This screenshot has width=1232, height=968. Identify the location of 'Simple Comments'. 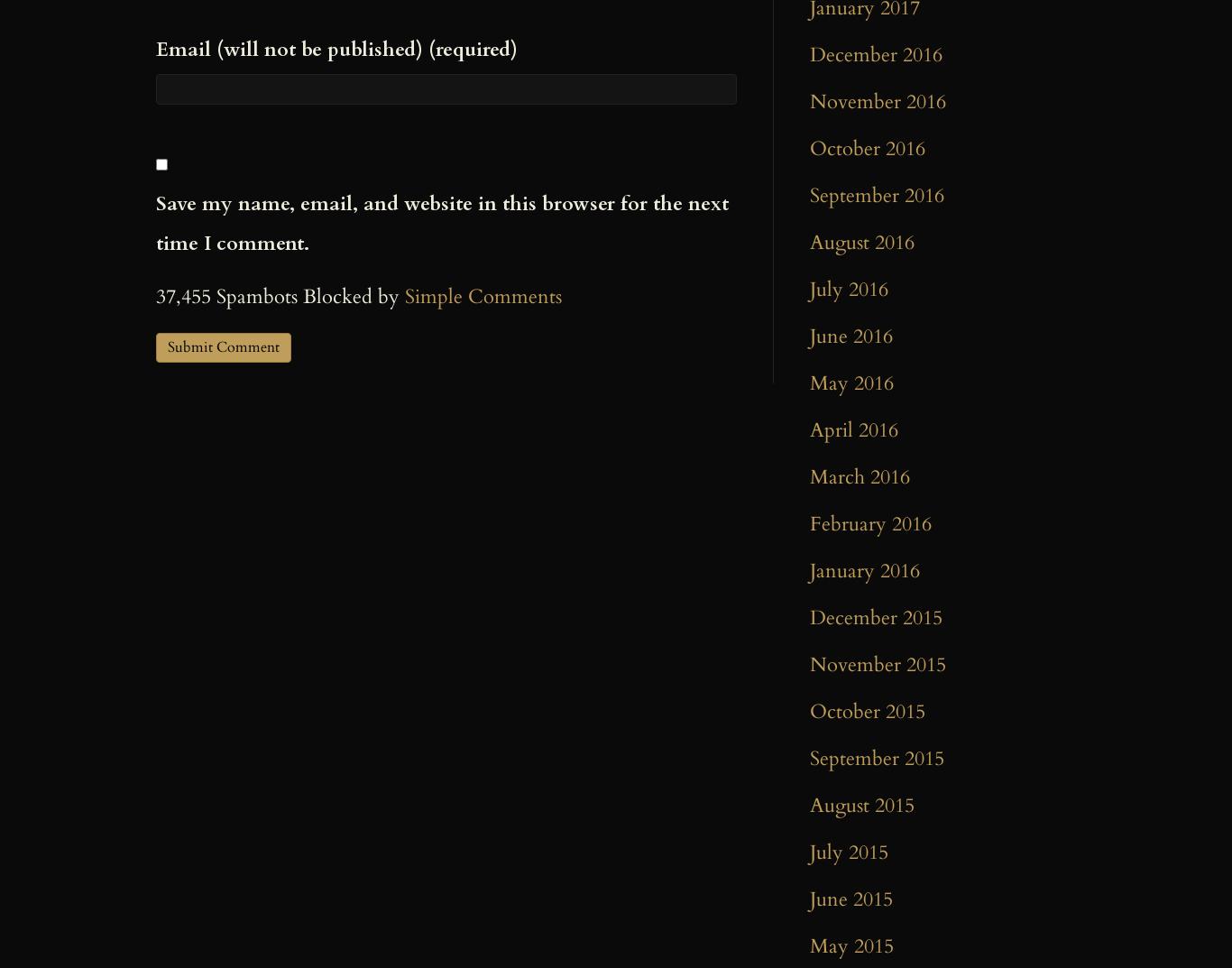
(483, 296).